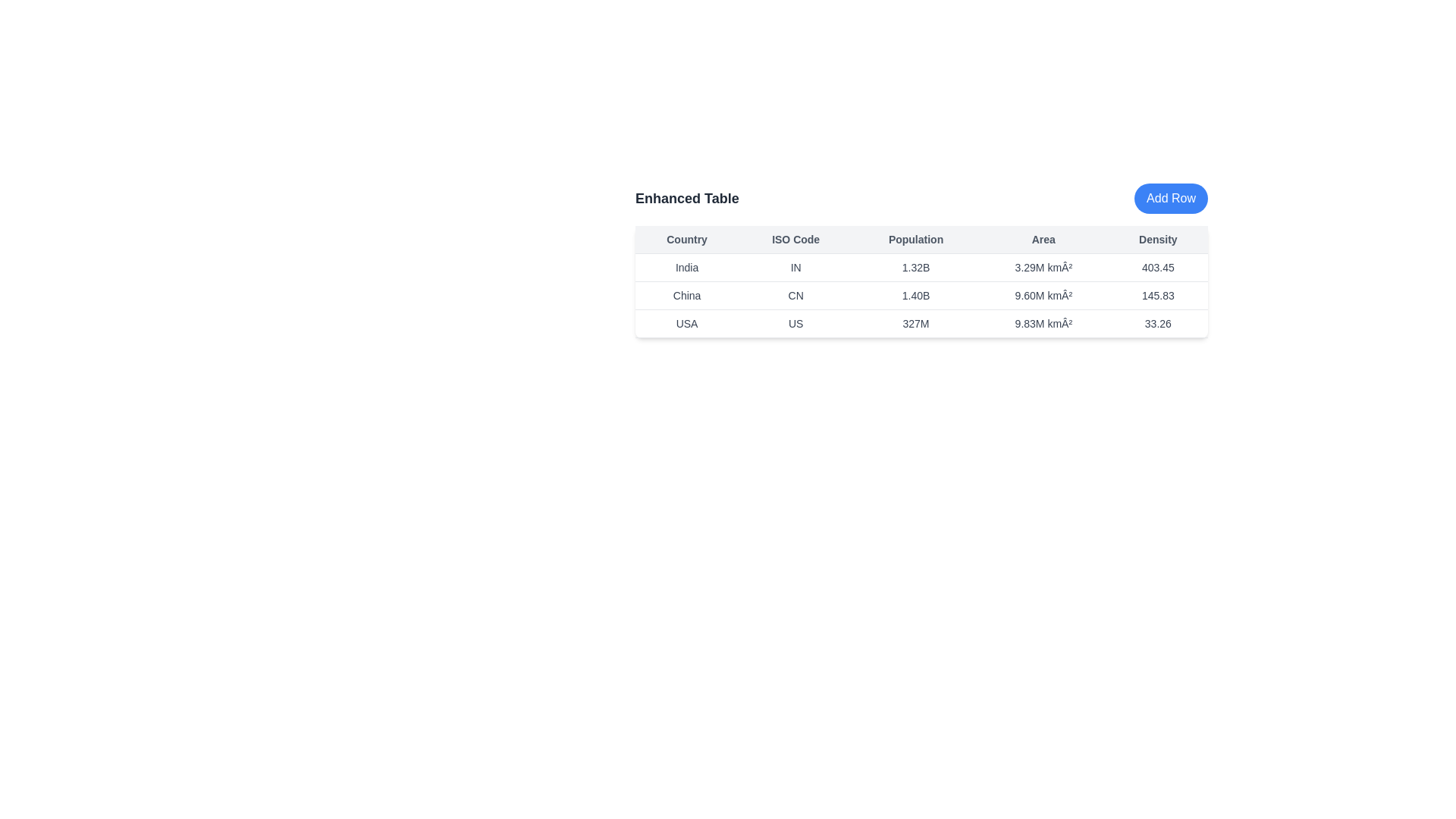  Describe the element at coordinates (915, 295) in the screenshot. I see `the text displaying '1.40B' in the Population column of the table for the China row` at that location.